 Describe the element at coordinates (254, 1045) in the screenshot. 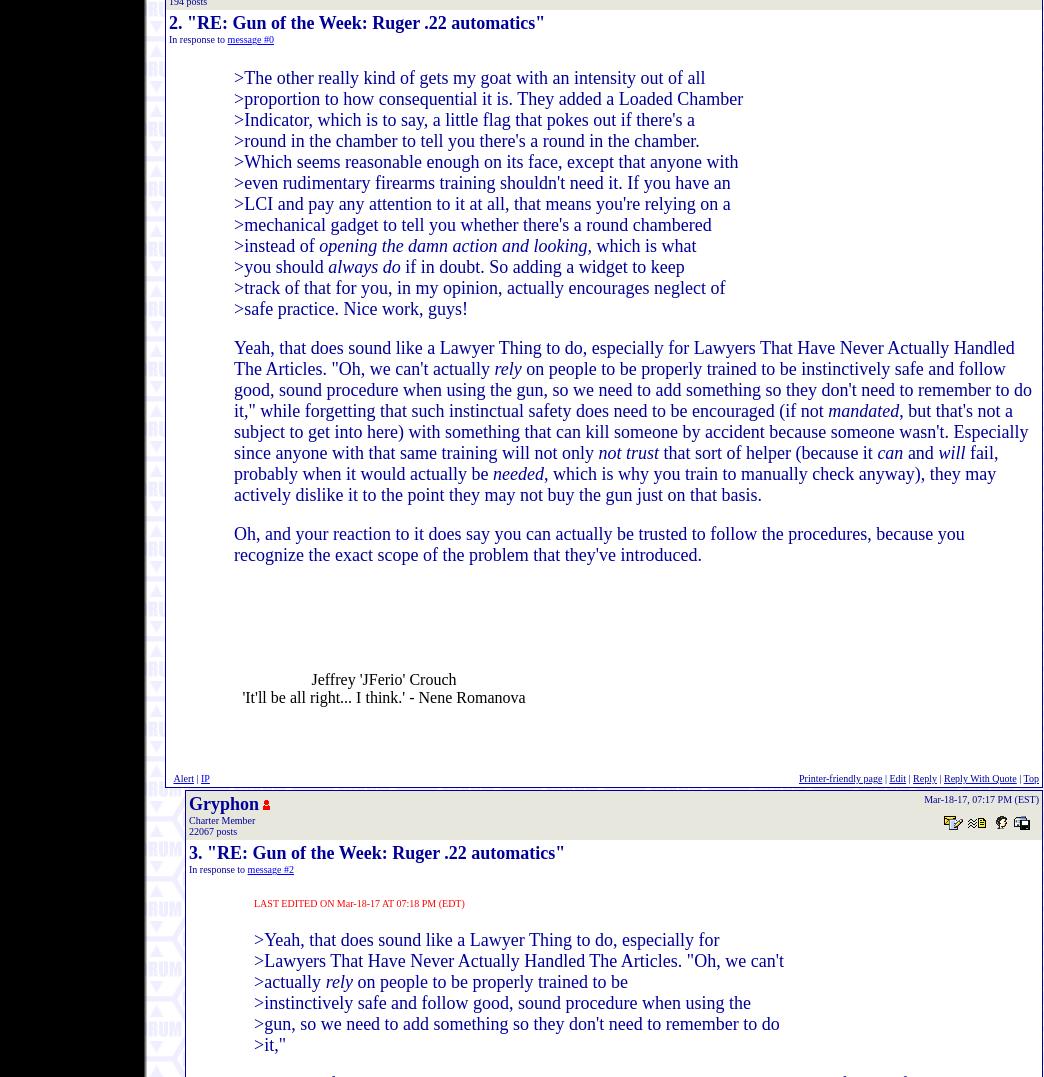

I see `'>it,"'` at that location.